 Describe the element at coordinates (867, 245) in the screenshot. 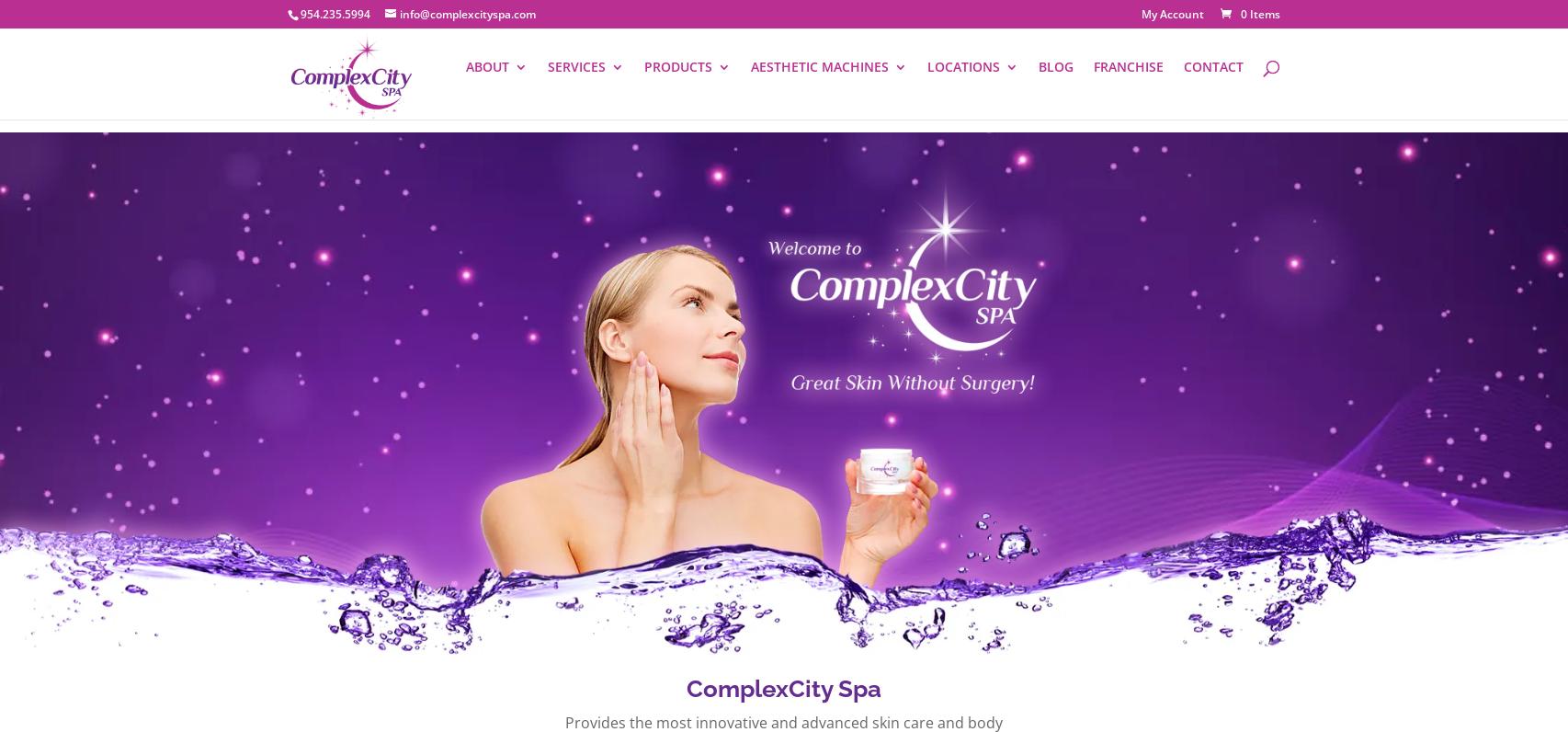

I see `'LASER TREATMENTS'` at that location.